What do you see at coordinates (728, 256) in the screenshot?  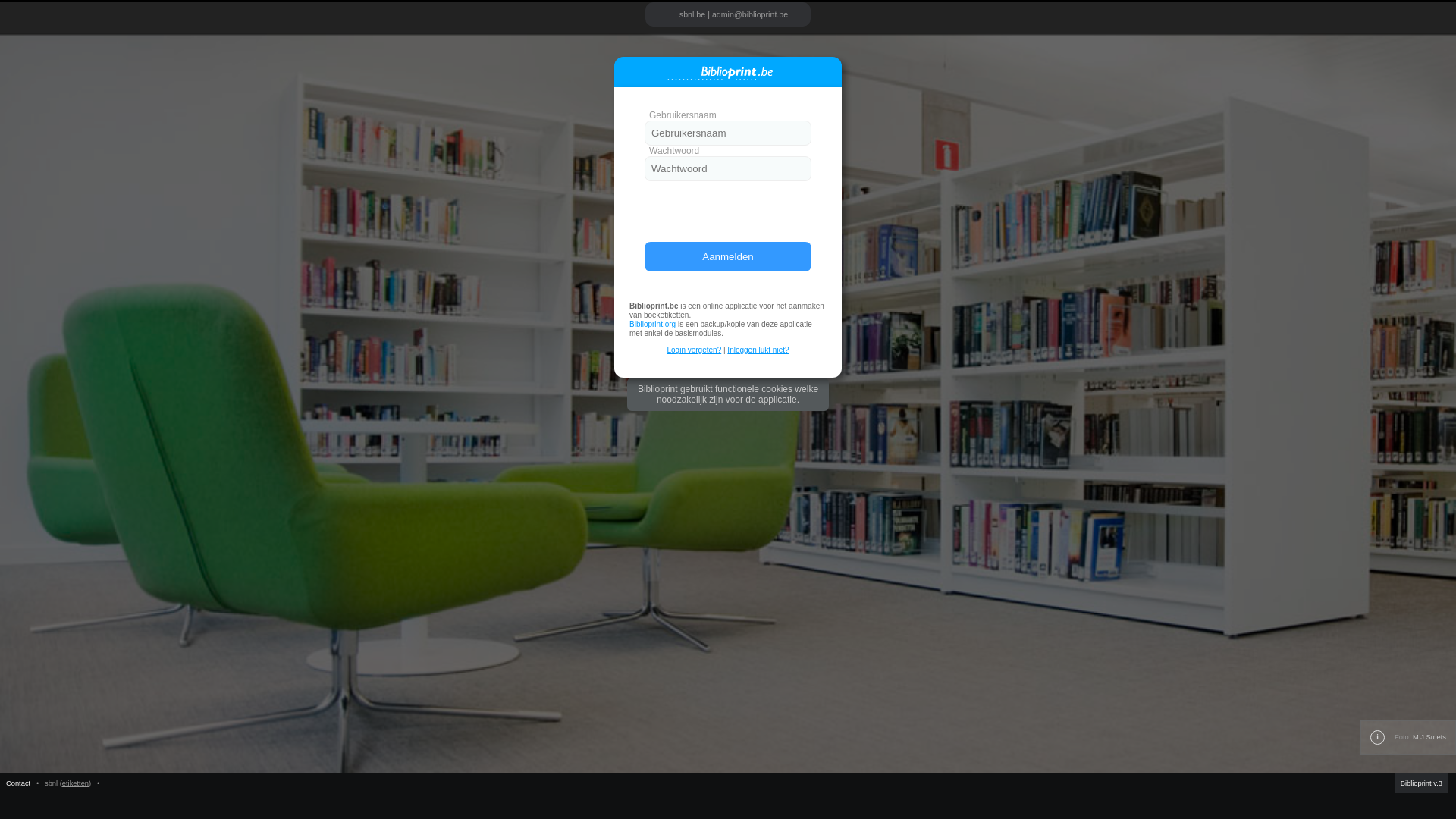 I see `'Aanmelden'` at bounding box center [728, 256].